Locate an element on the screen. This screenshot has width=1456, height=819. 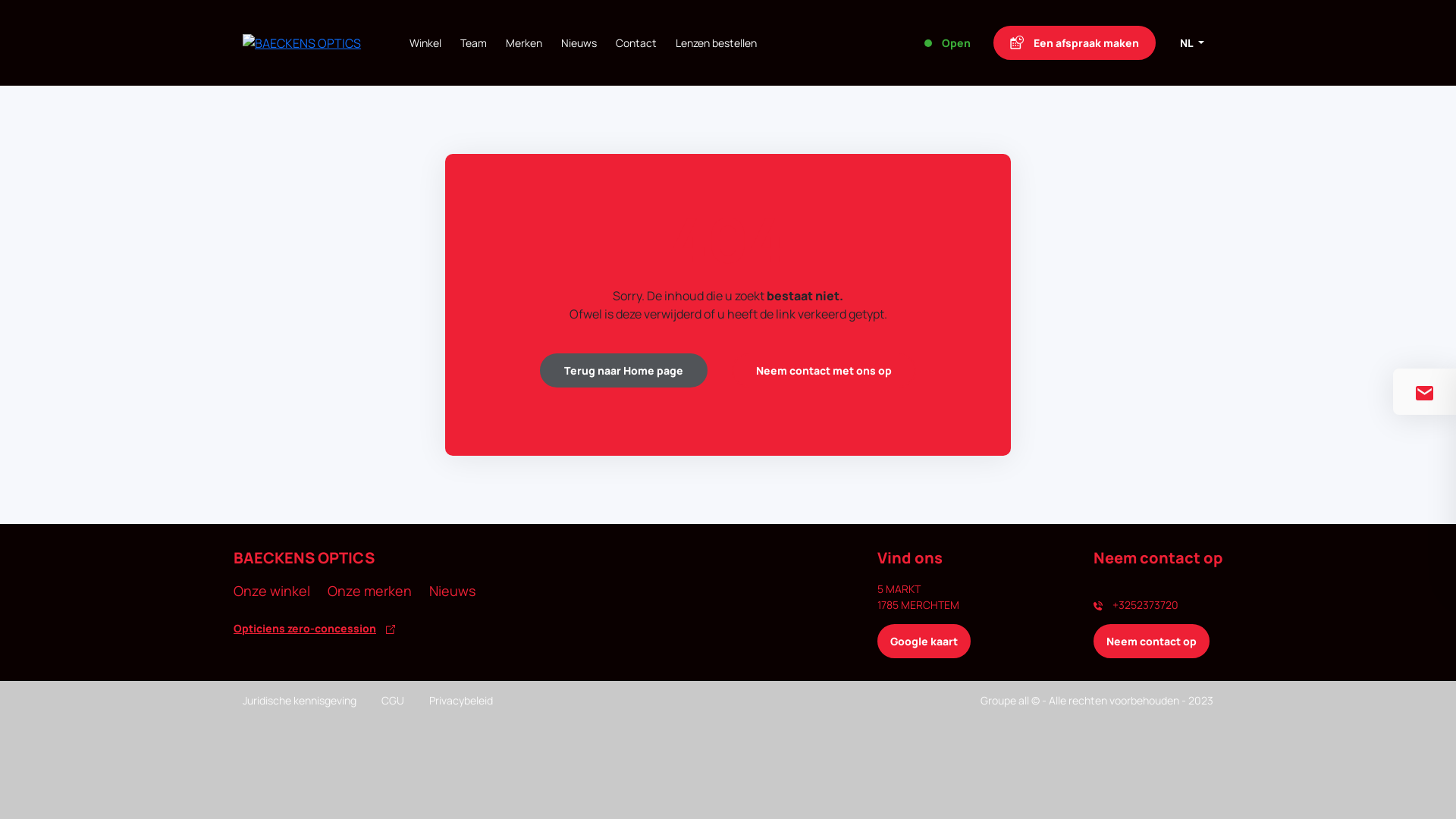
'Winkel' is located at coordinates (425, 42).